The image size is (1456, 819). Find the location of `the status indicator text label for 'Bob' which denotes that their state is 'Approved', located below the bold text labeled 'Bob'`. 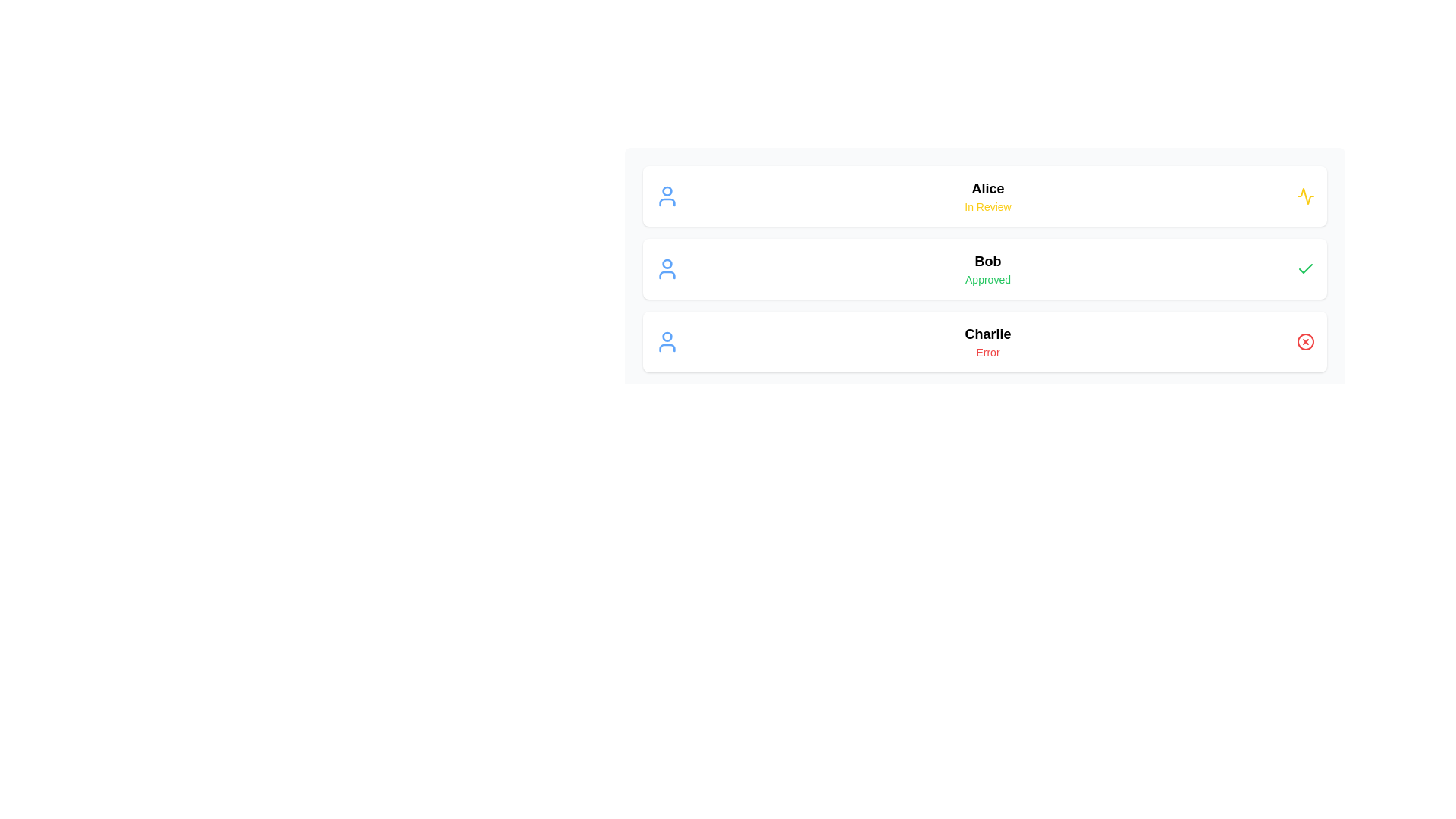

the status indicator text label for 'Bob' which denotes that their state is 'Approved', located below the bold text labeled 'Bob' is located at coordinates (987, 280).